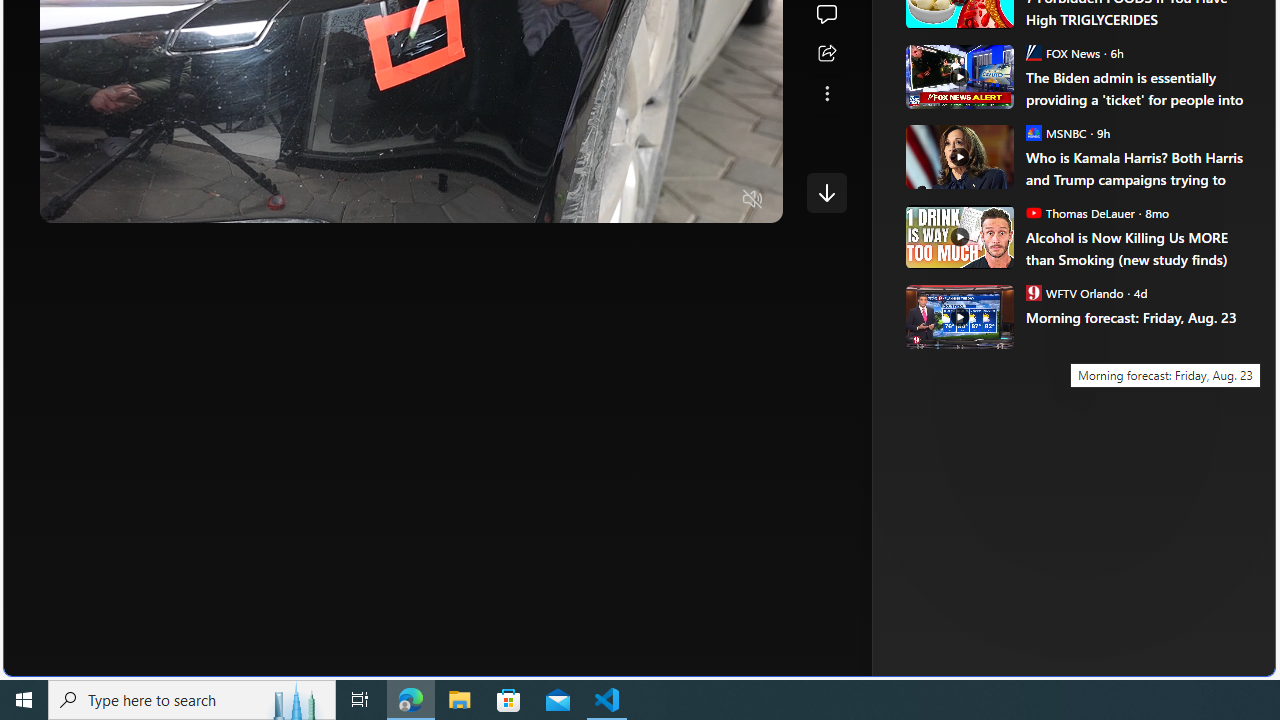 The image size is (1280, 720). I want to click on 'Seek Back', so click(109, 200).